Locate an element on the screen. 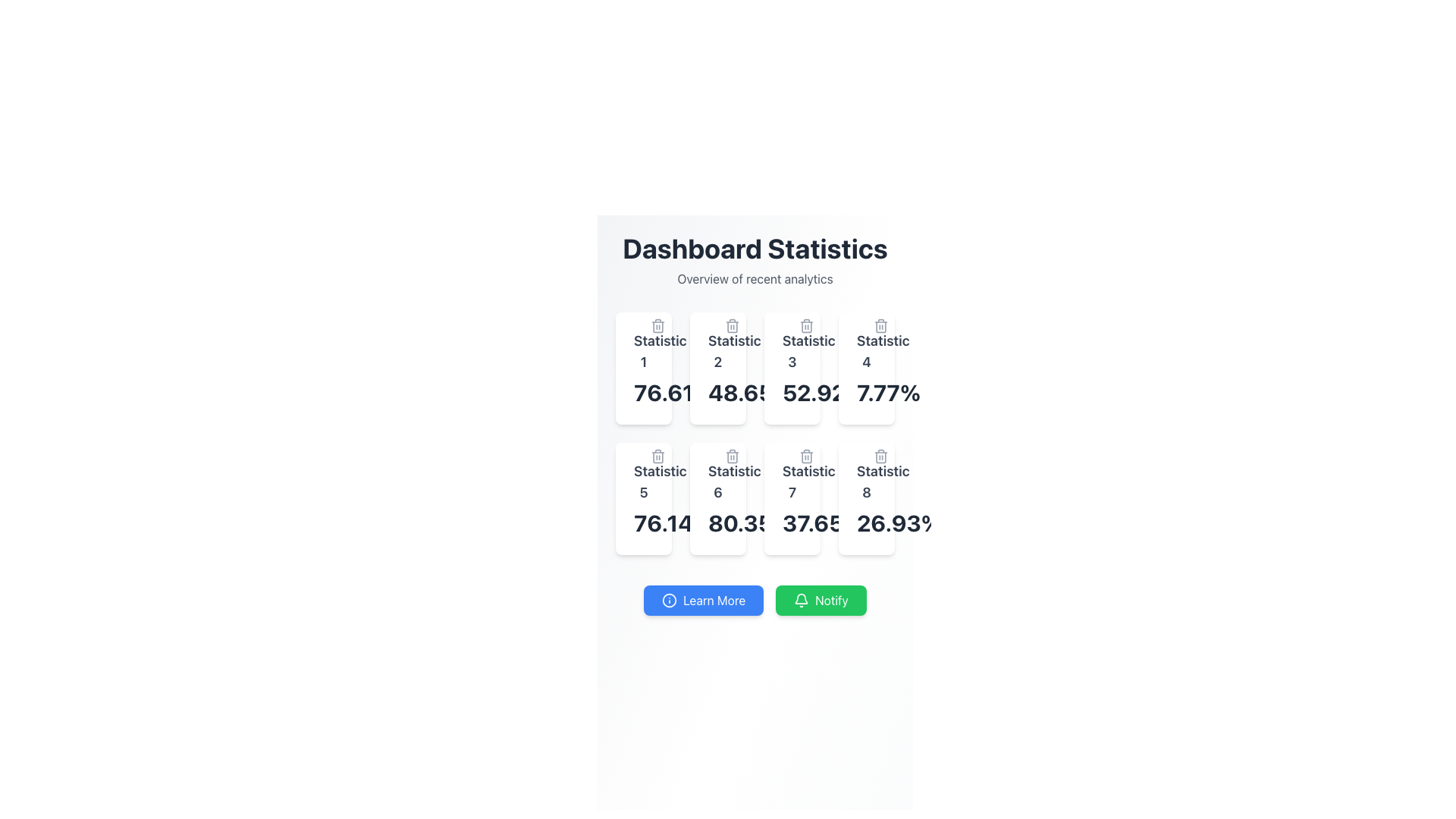 This screenshot has height=819, width=1456. the trash icon located in the top-right corner of the card for 'Statistic 4' is located at coordinates (880, 325).